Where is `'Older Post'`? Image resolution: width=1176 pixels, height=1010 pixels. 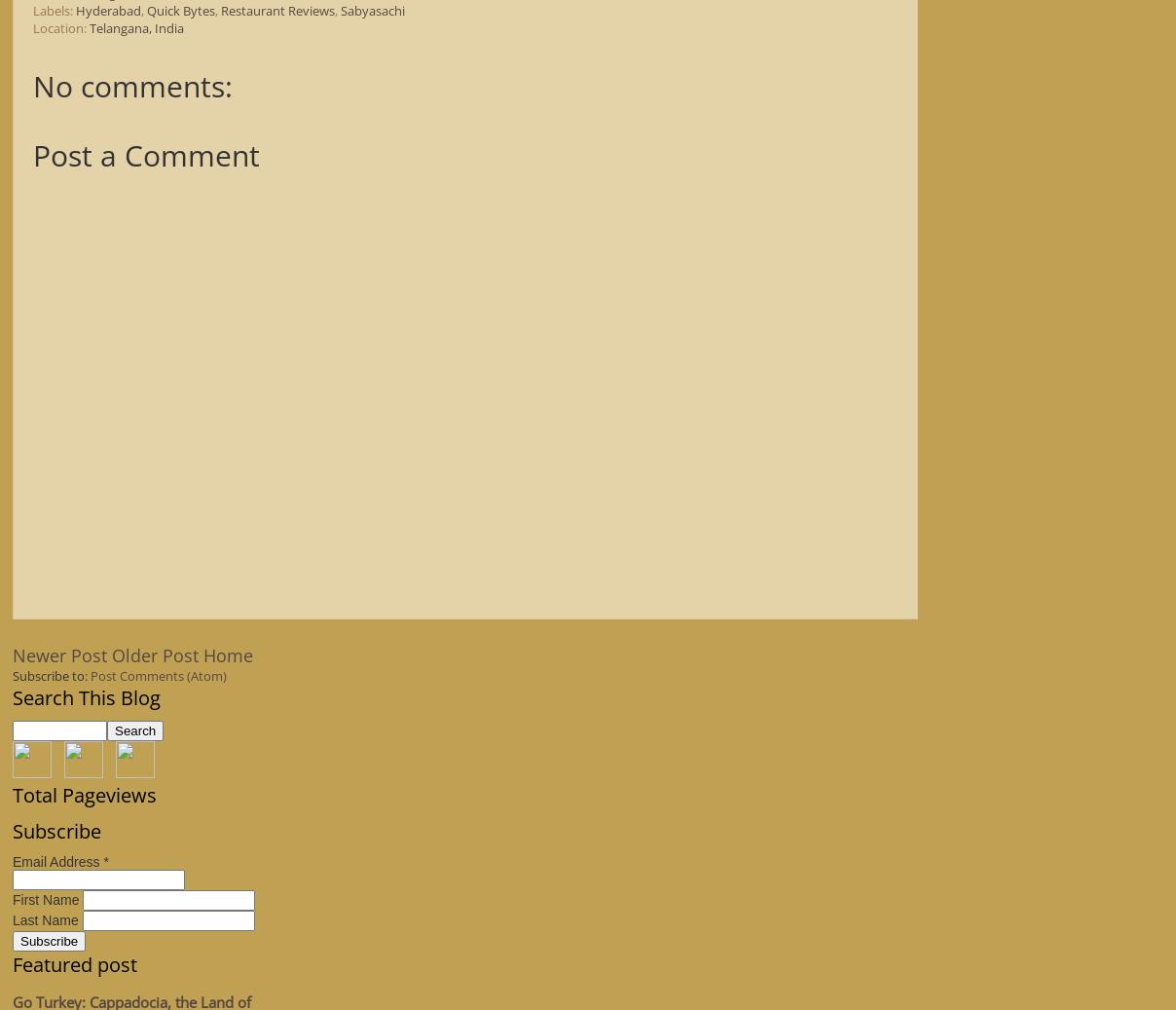 'Older Post' is located at coordinates (155, 654).